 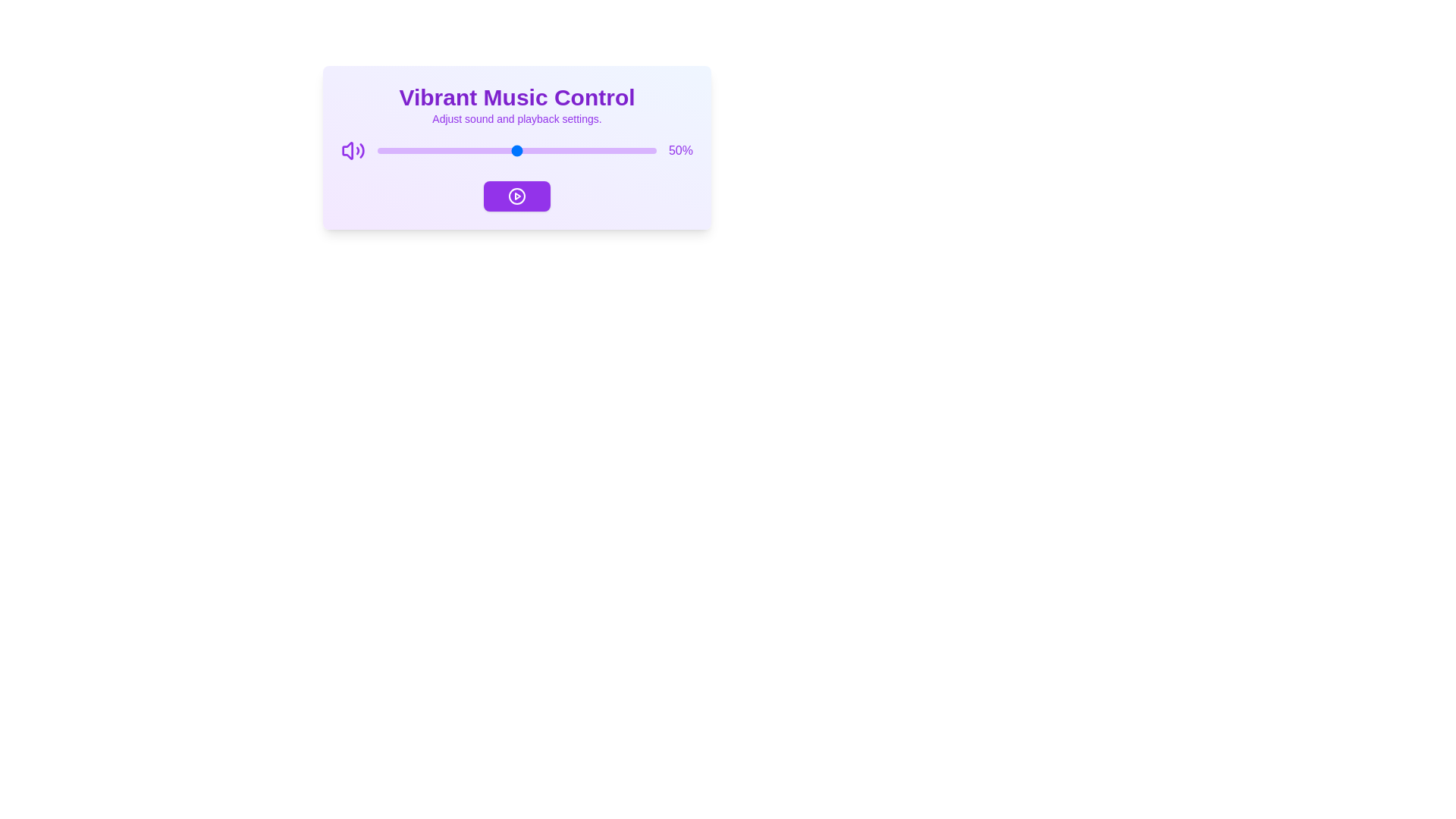 What do you see at coordinates (516, 195) in the screenshot?
I see `play/pause button to toggle playback` at bounding box center [516, 195].